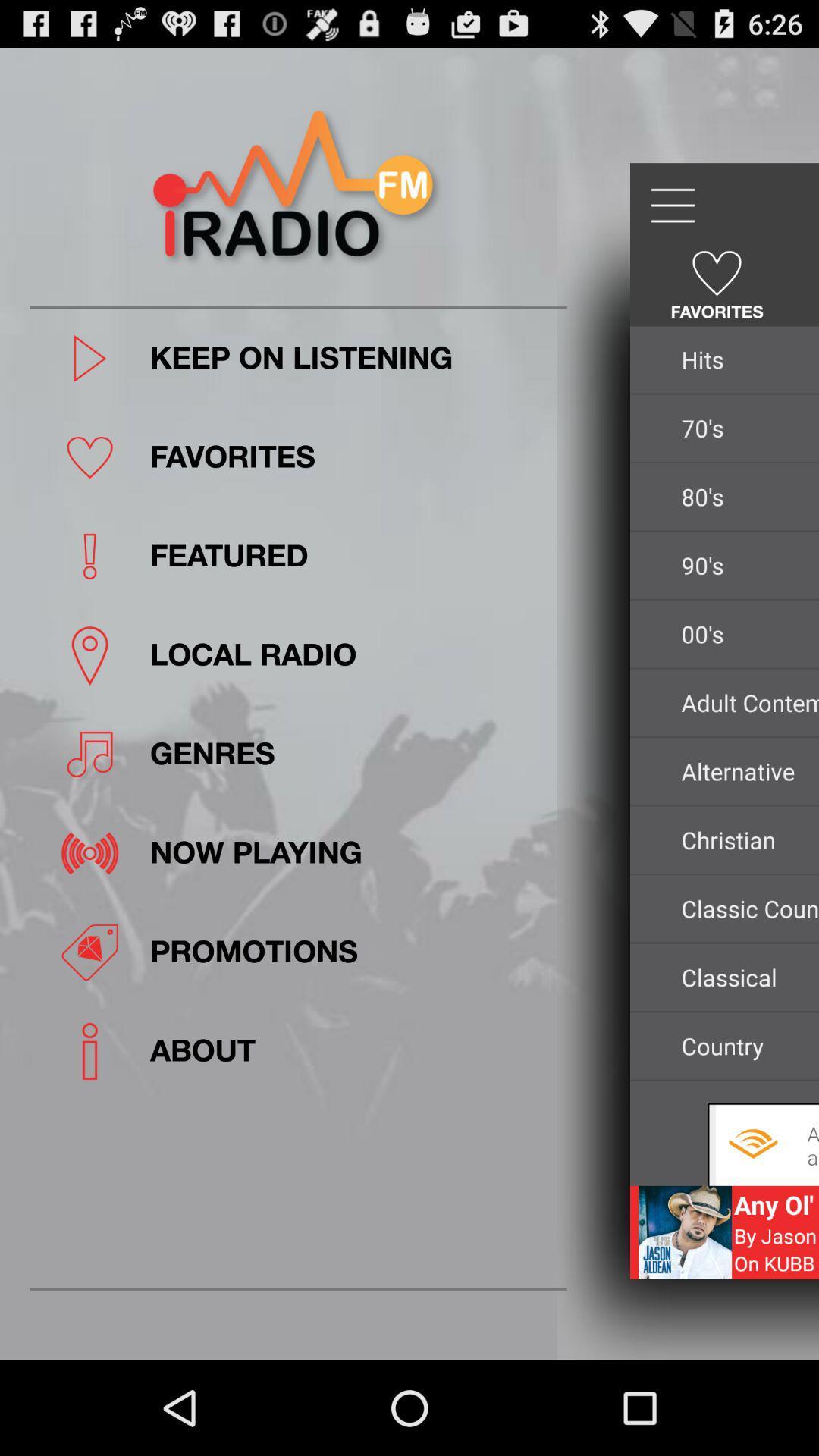 The height and width of the screenshot is (1456, 819). What do you see at coordinates (671, 205) in the screenshot?
I see `menu` at bounding box center [671, 205].